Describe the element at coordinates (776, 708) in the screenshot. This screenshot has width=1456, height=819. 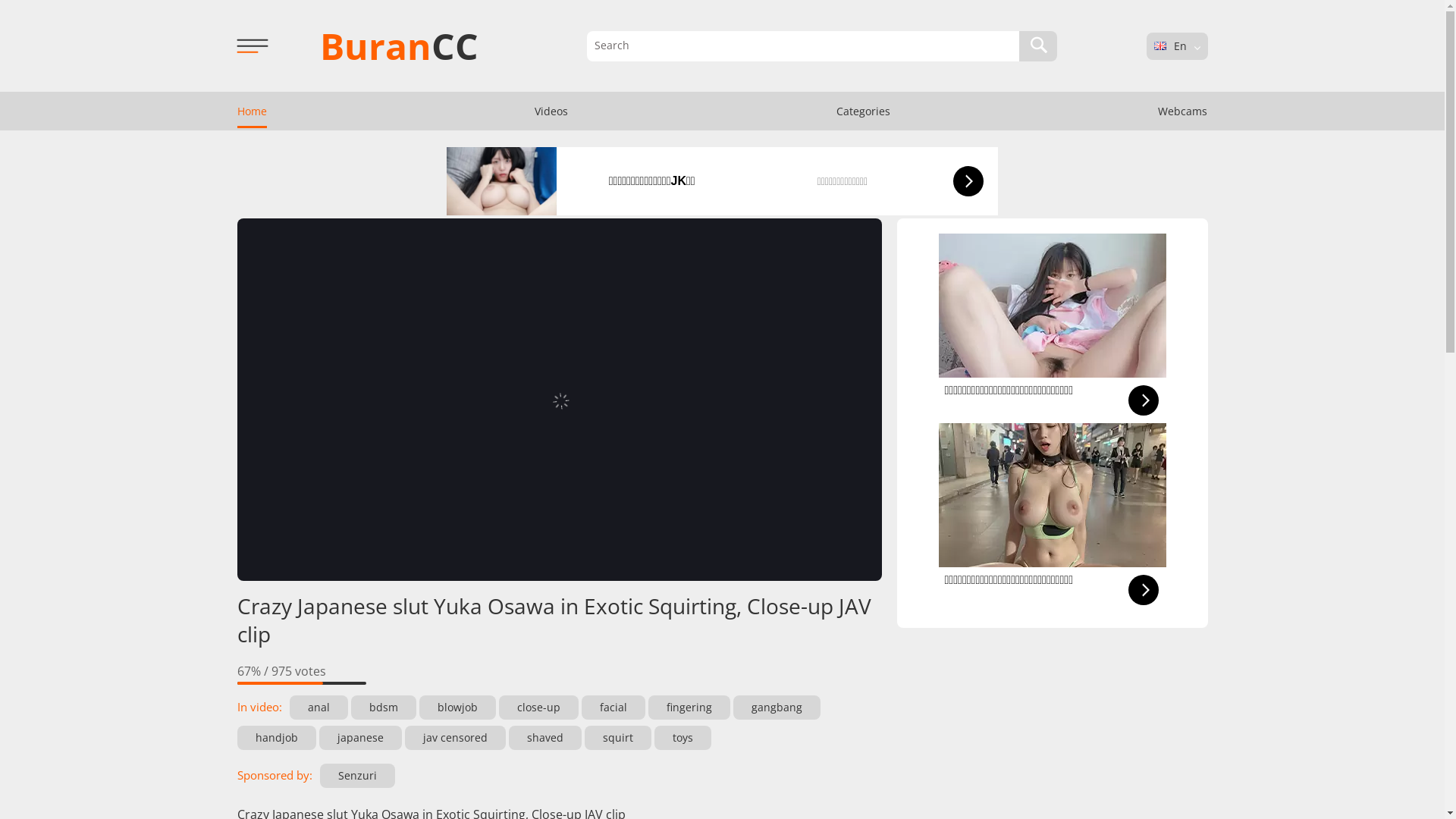
I see `'gangbang'` at that location.